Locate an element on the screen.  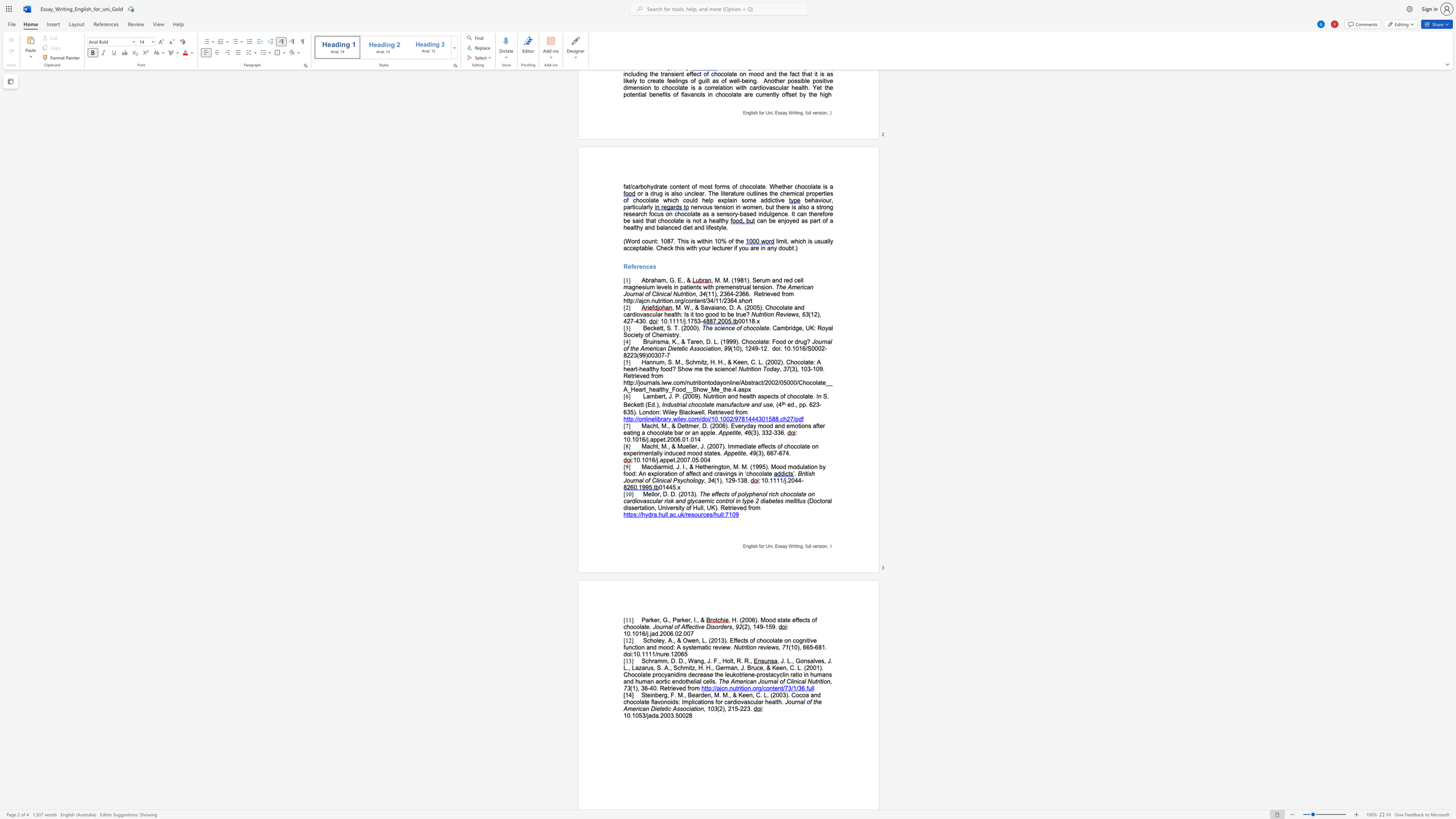
the subset text "0028" within the text "10.1053/jada.2003.50028" is located at coordinates (678, 715).